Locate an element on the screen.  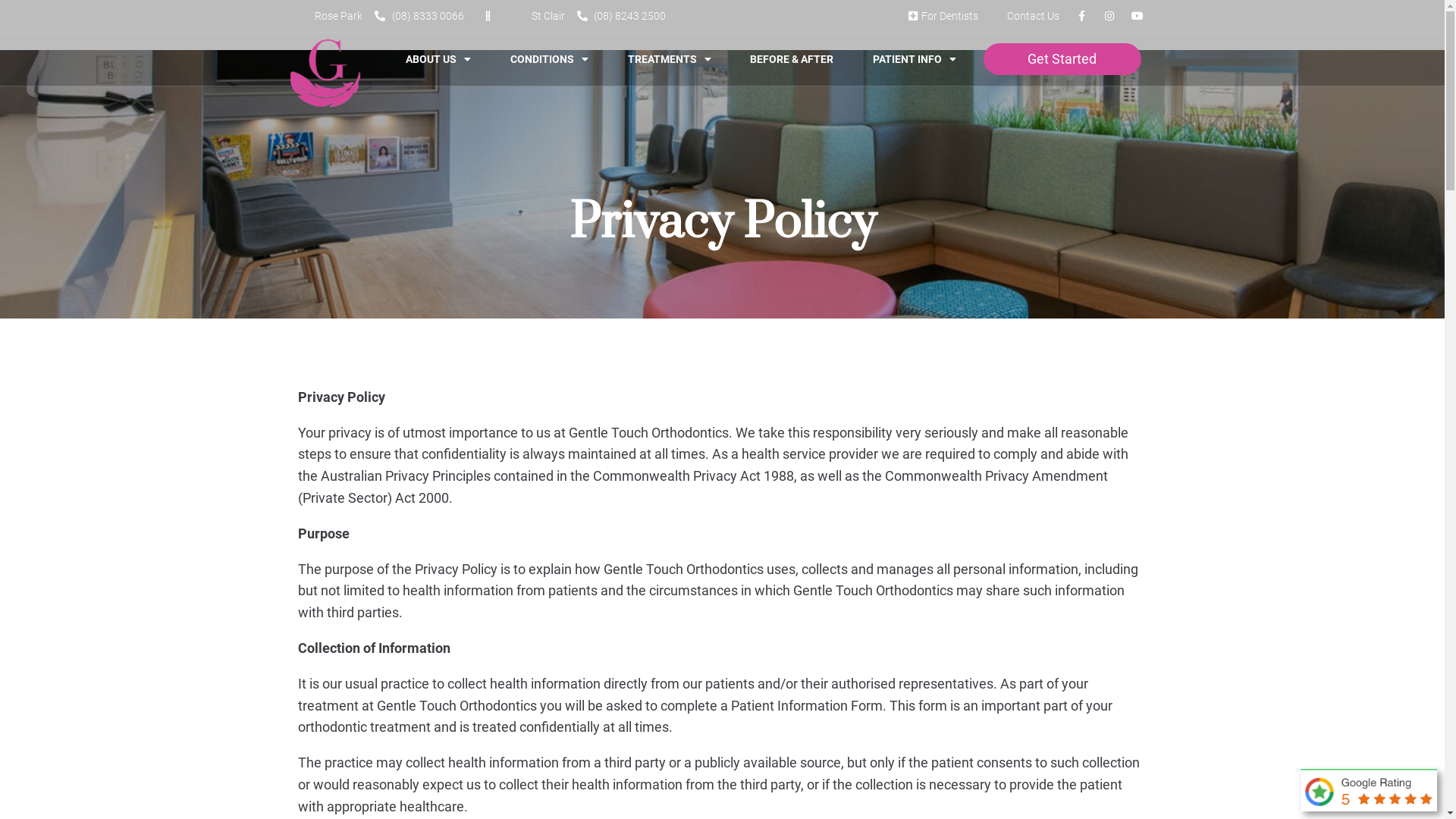
'TREATMENTS' is located at coordinates (615, 58).